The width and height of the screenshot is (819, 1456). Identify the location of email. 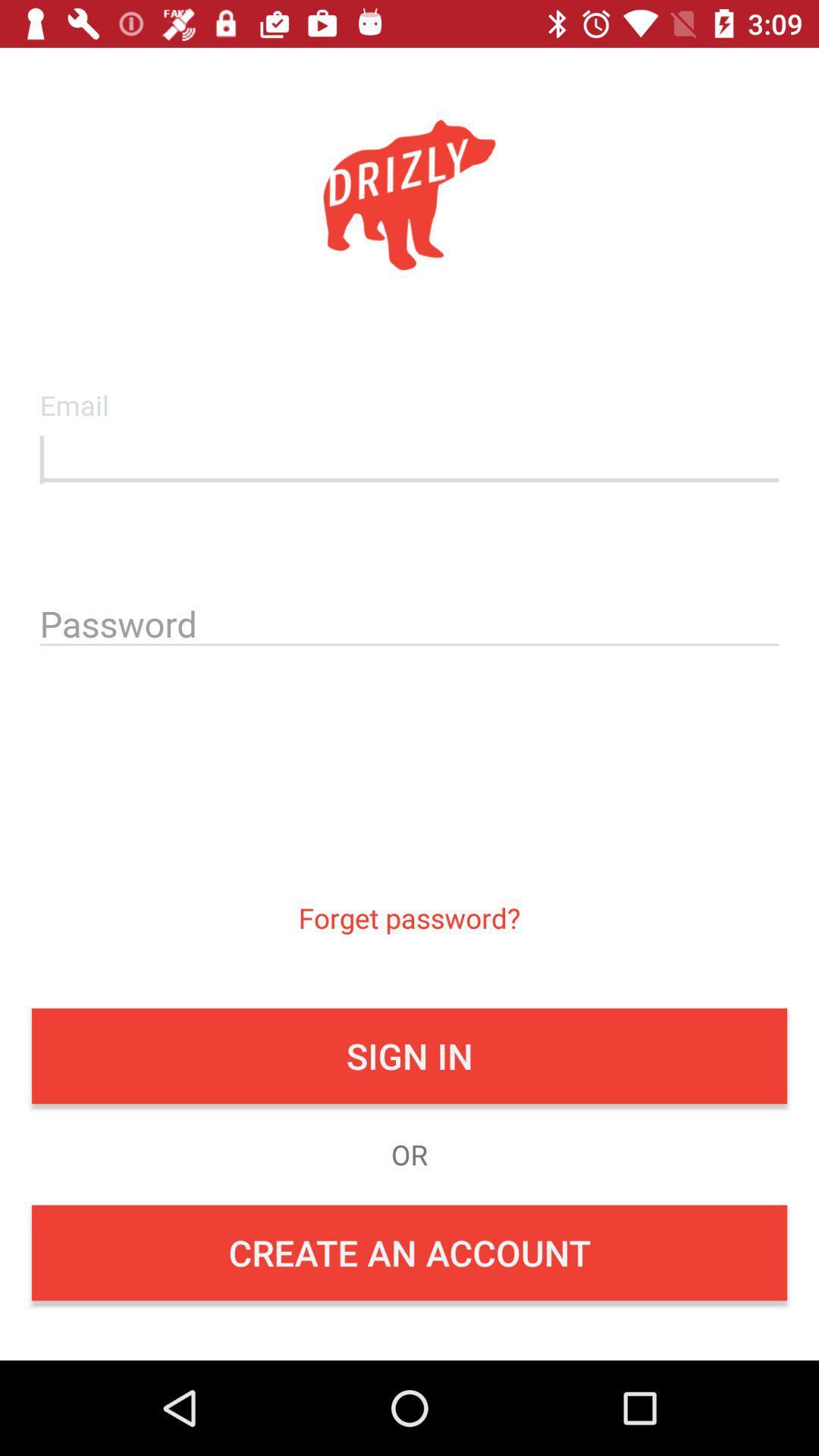
(409, 455).